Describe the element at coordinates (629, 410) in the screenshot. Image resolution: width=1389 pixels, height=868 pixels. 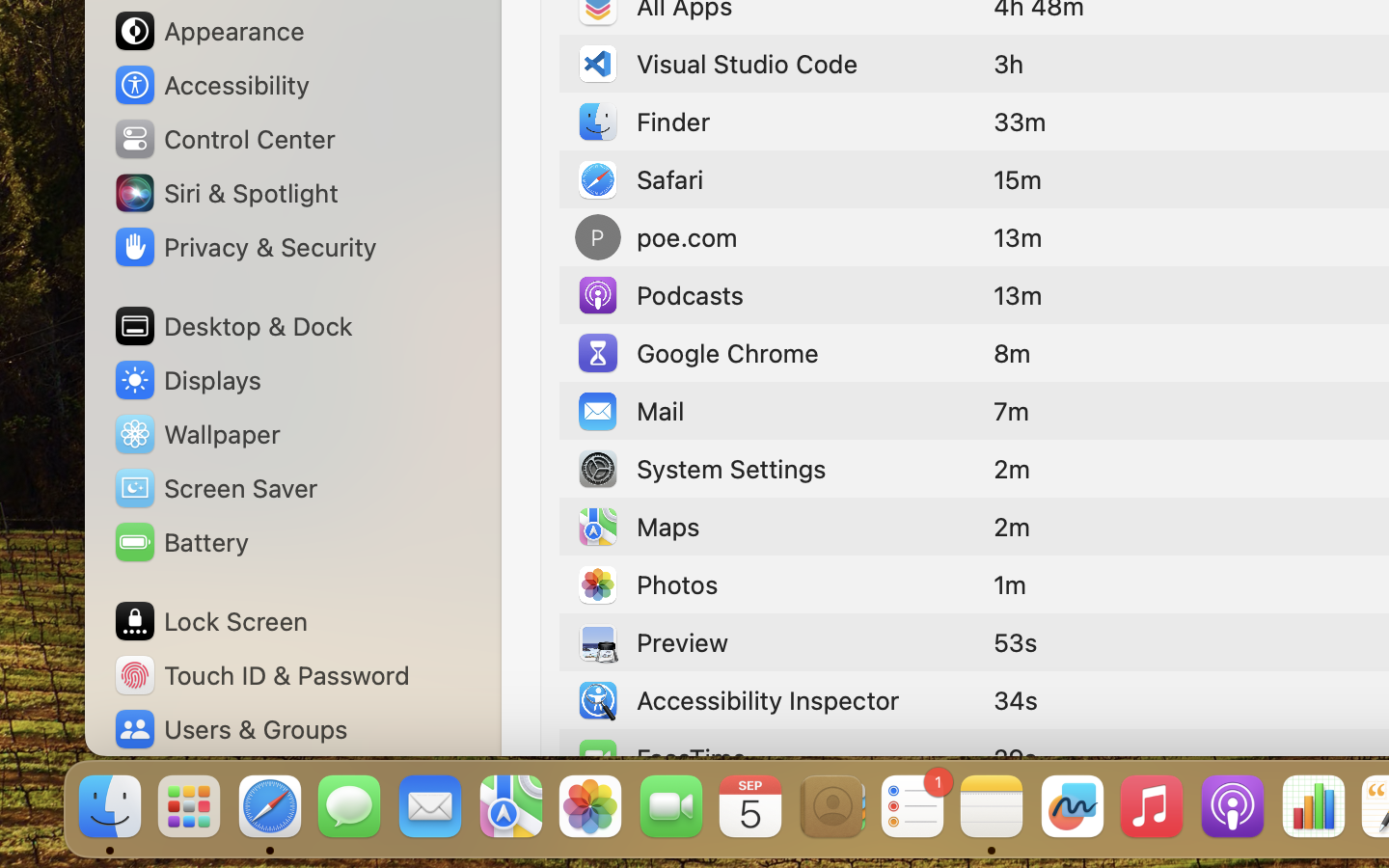
I see `'Mail'` at that location.